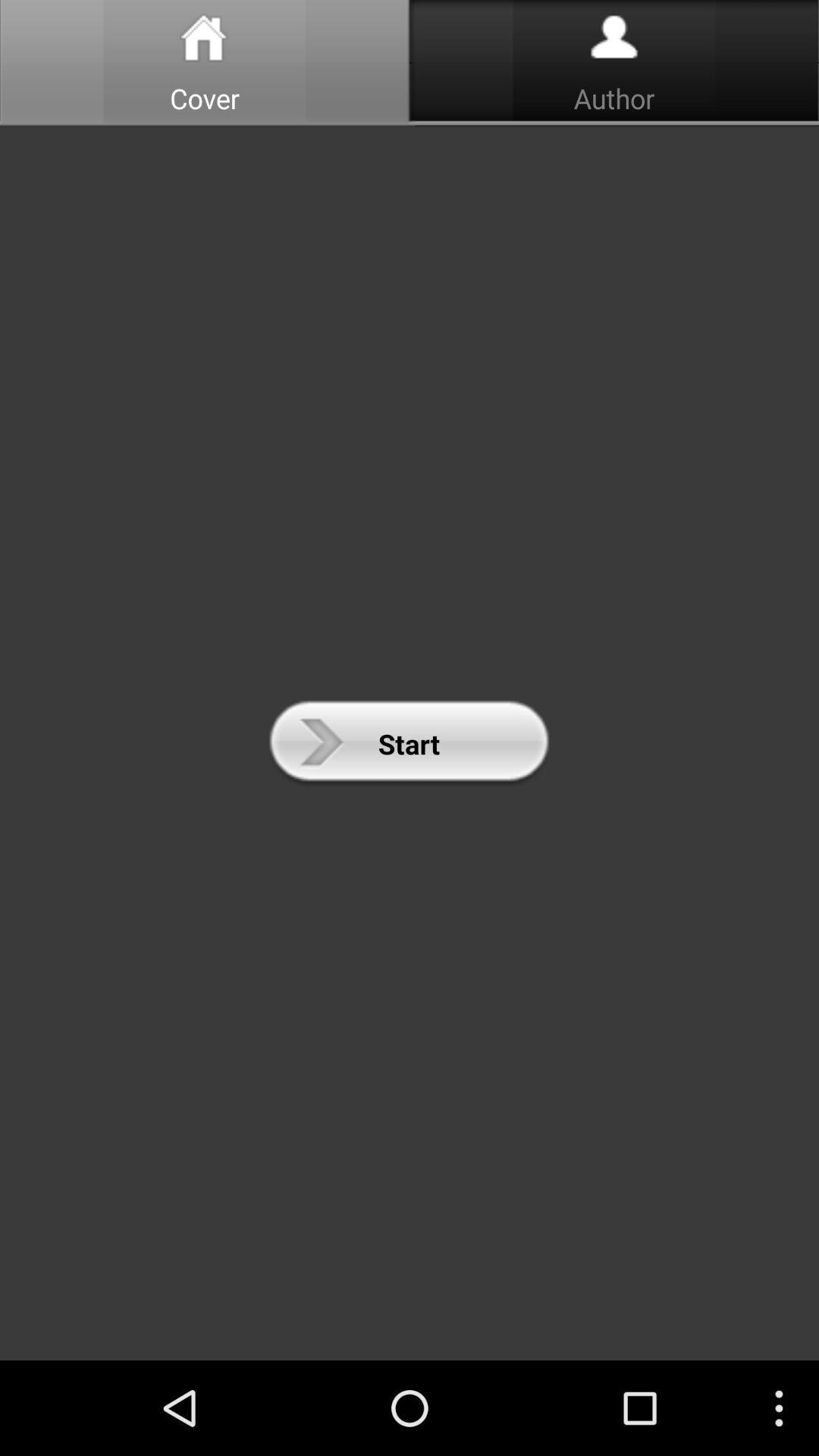  Describe the element at coordinates (408, 743) in the screenshot. I see `start icon` at that location.